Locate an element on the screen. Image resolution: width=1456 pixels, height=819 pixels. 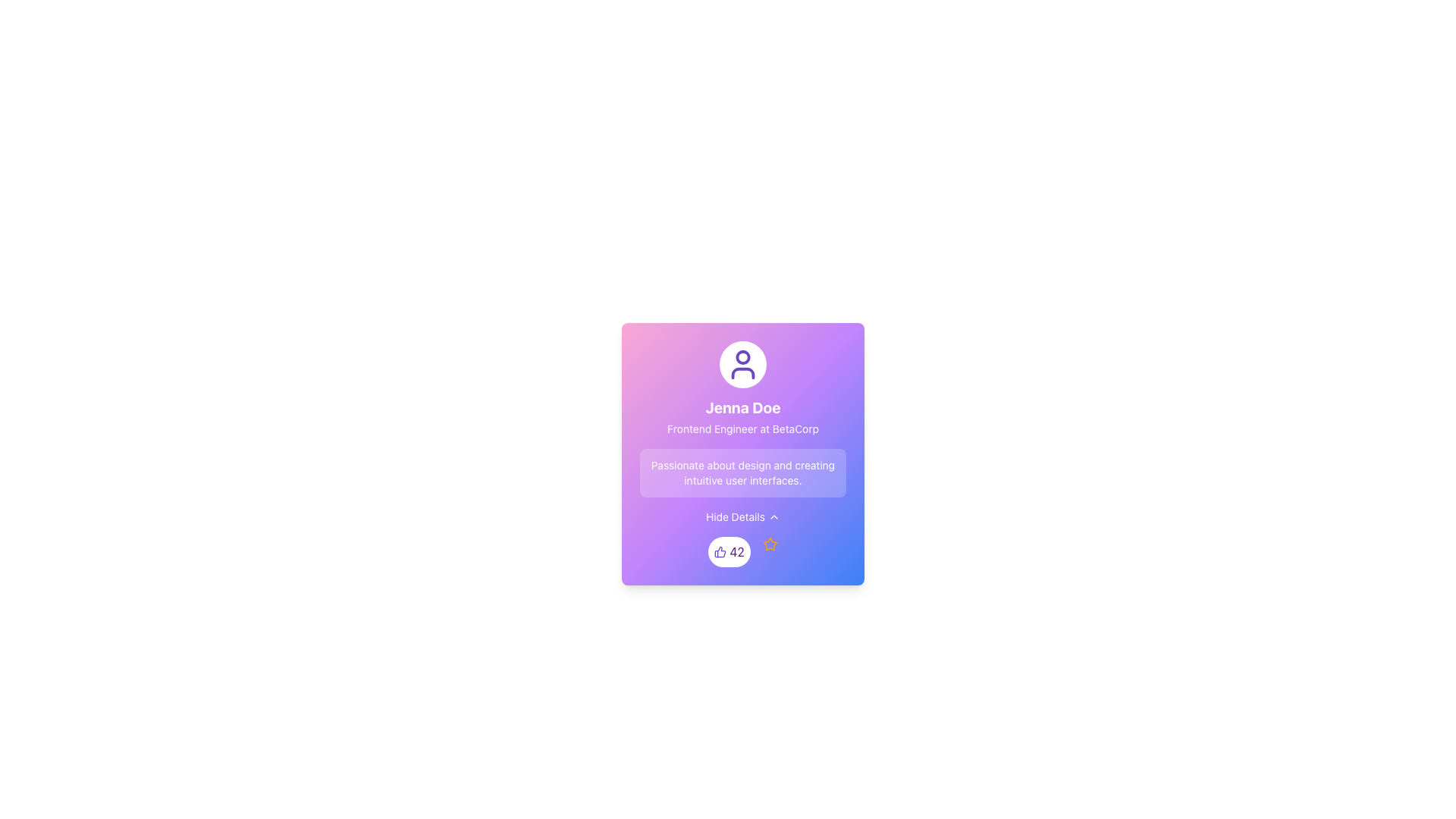
the text block that reads 'Passionate about design and creating intuitive user interfaces.' located beneath the 'Frontend Engineer at BetaCorp' text and above the 'Hide Details' text is located at coordinates (742, 472).